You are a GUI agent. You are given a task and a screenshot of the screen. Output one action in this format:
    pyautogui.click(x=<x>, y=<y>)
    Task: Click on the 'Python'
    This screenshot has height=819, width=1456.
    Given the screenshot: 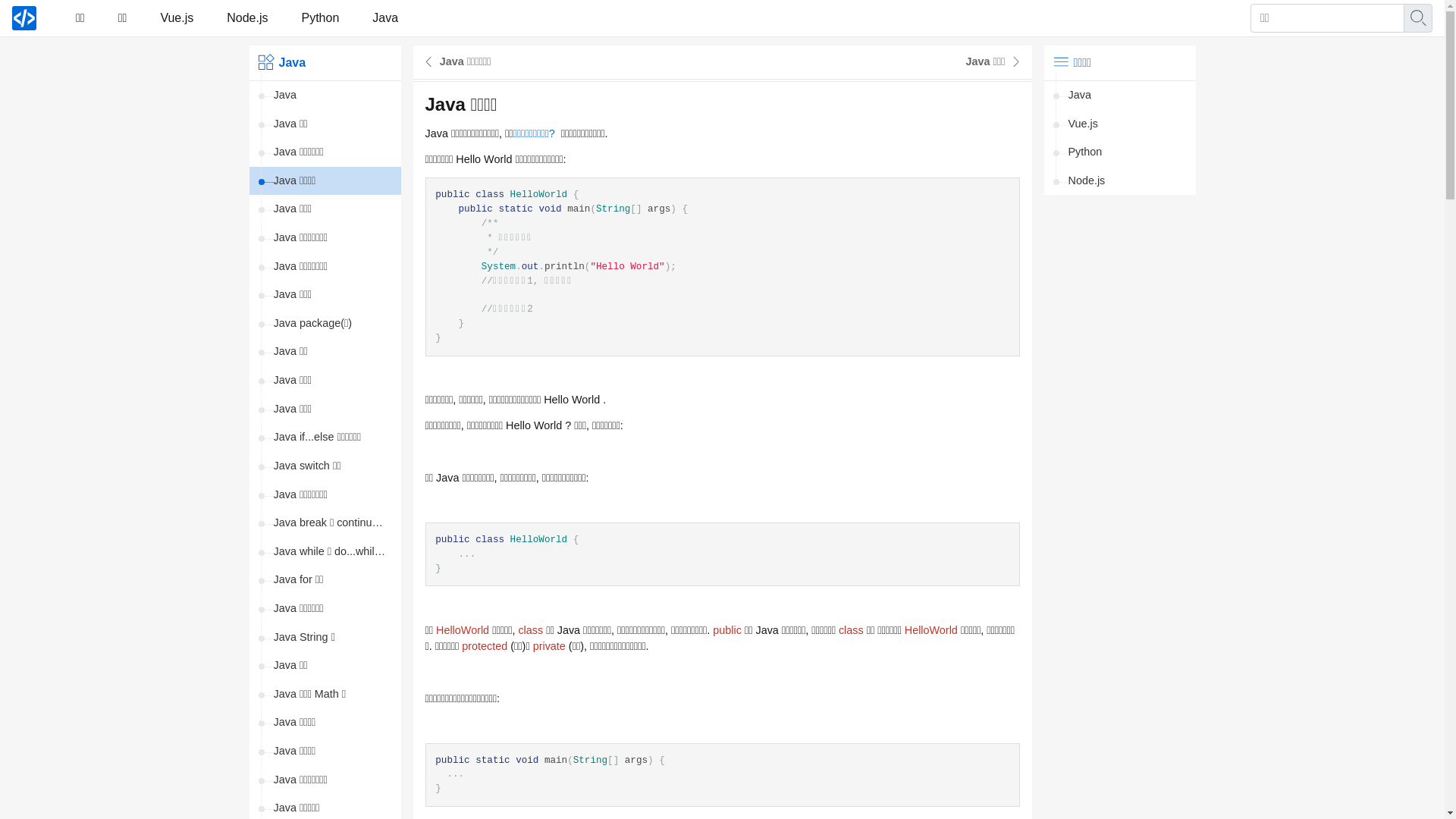 What is the action you would take?
    pyautogui.click(x=319, y=17)
    